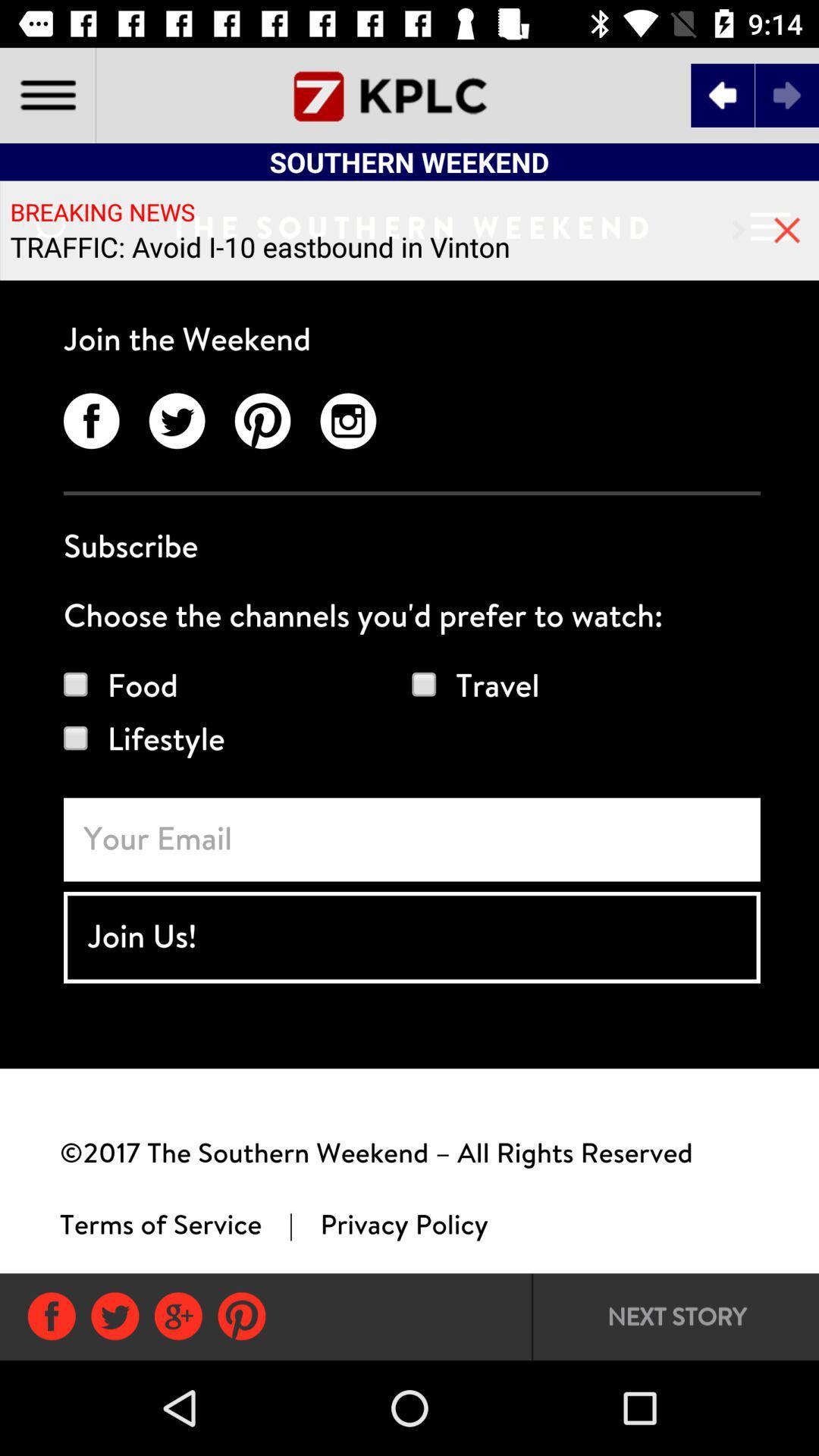 This screenshot has width=819, height=1456. What do you see at coordinates (46, 94) in the screenshot?
I see `the menu icon` at bounding box center [46, 94].